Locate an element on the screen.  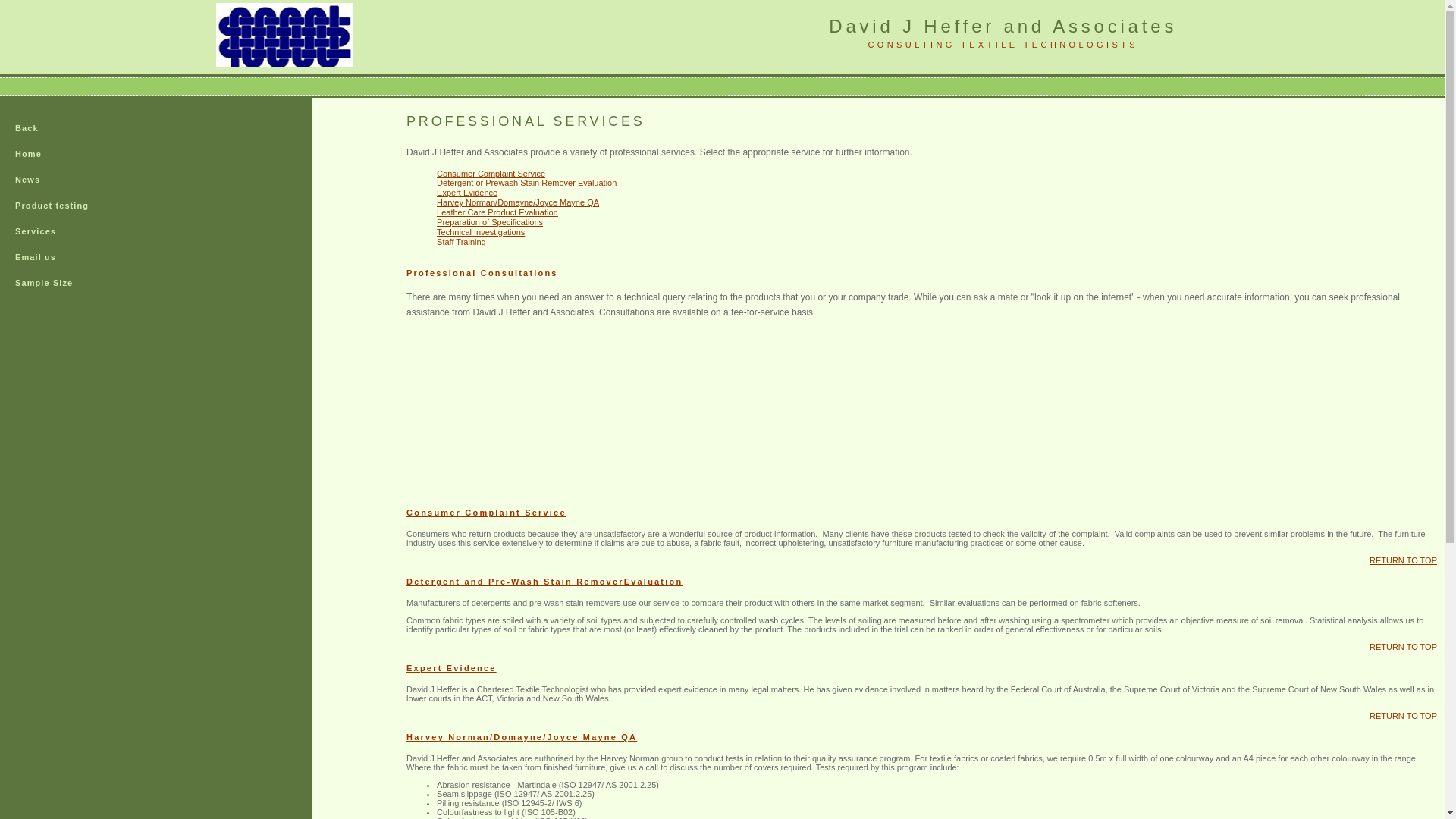
'Consumer Complaint Service' is located at coordinates (491, 172).